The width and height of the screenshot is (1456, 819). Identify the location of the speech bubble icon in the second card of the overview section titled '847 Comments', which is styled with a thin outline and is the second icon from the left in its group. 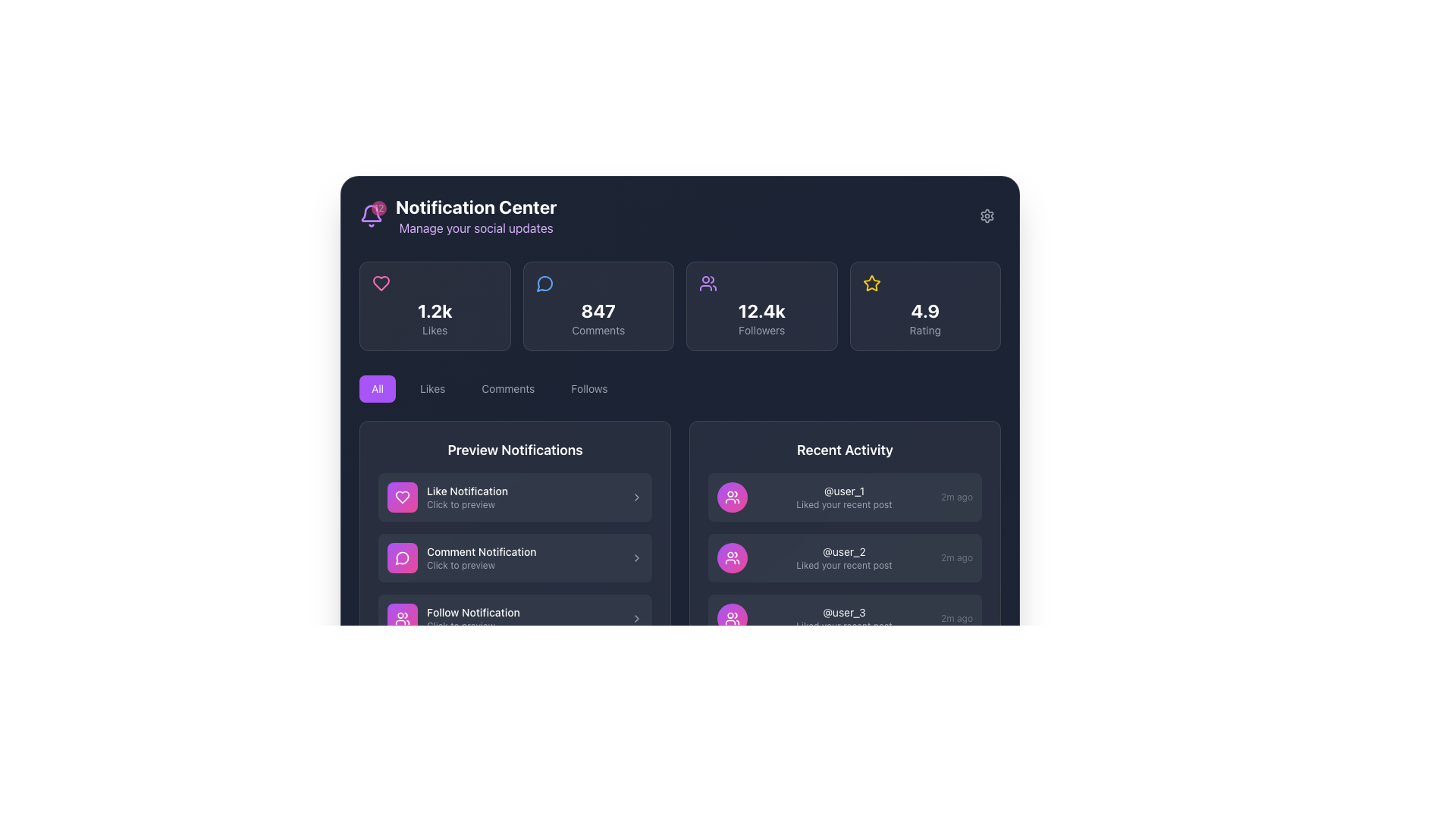
(544, 284).